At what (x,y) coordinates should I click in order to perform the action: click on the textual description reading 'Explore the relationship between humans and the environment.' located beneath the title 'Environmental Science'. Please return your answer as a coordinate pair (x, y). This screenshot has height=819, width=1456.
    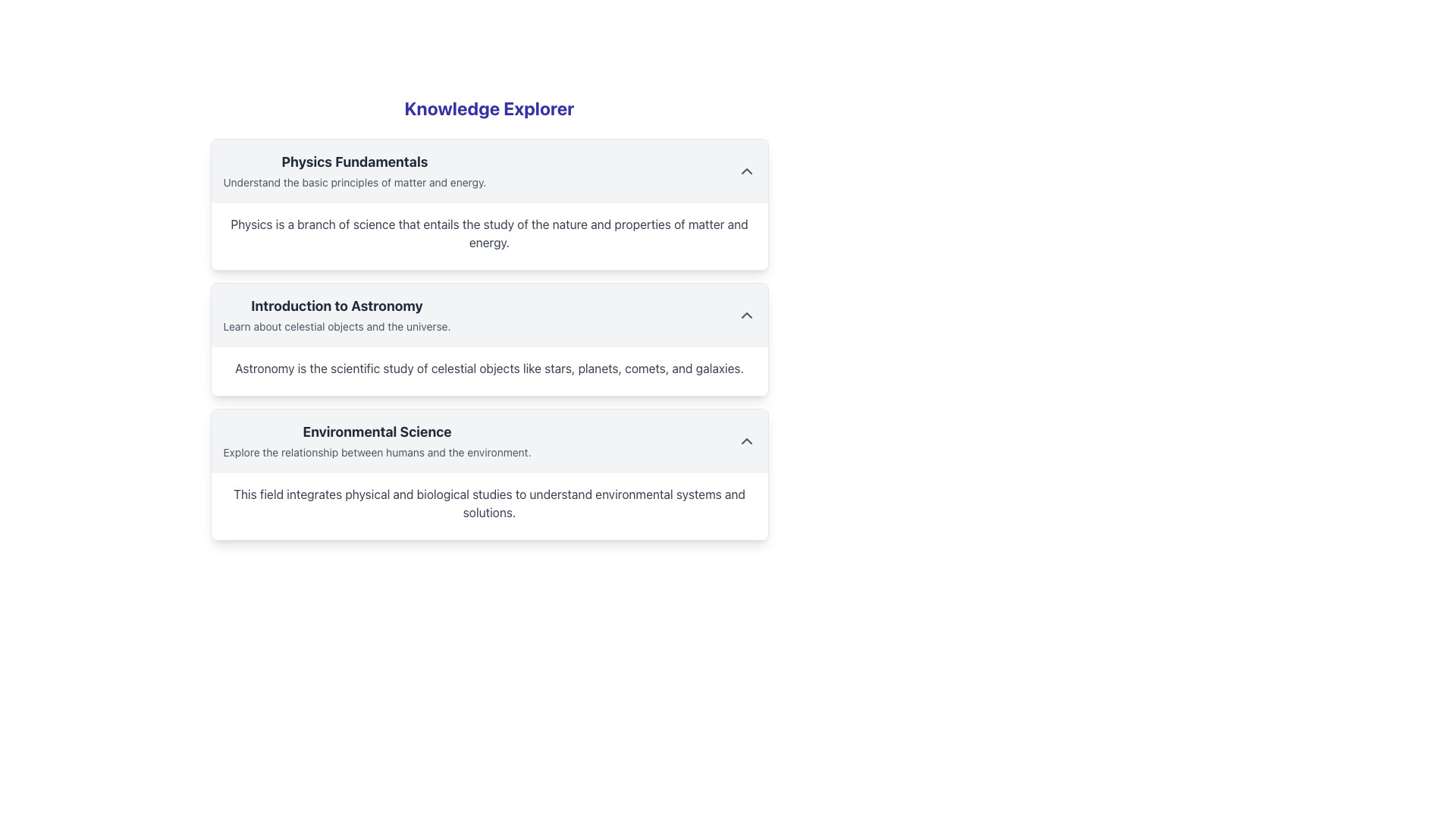
    Looking at the image, I should click on (377, 451).